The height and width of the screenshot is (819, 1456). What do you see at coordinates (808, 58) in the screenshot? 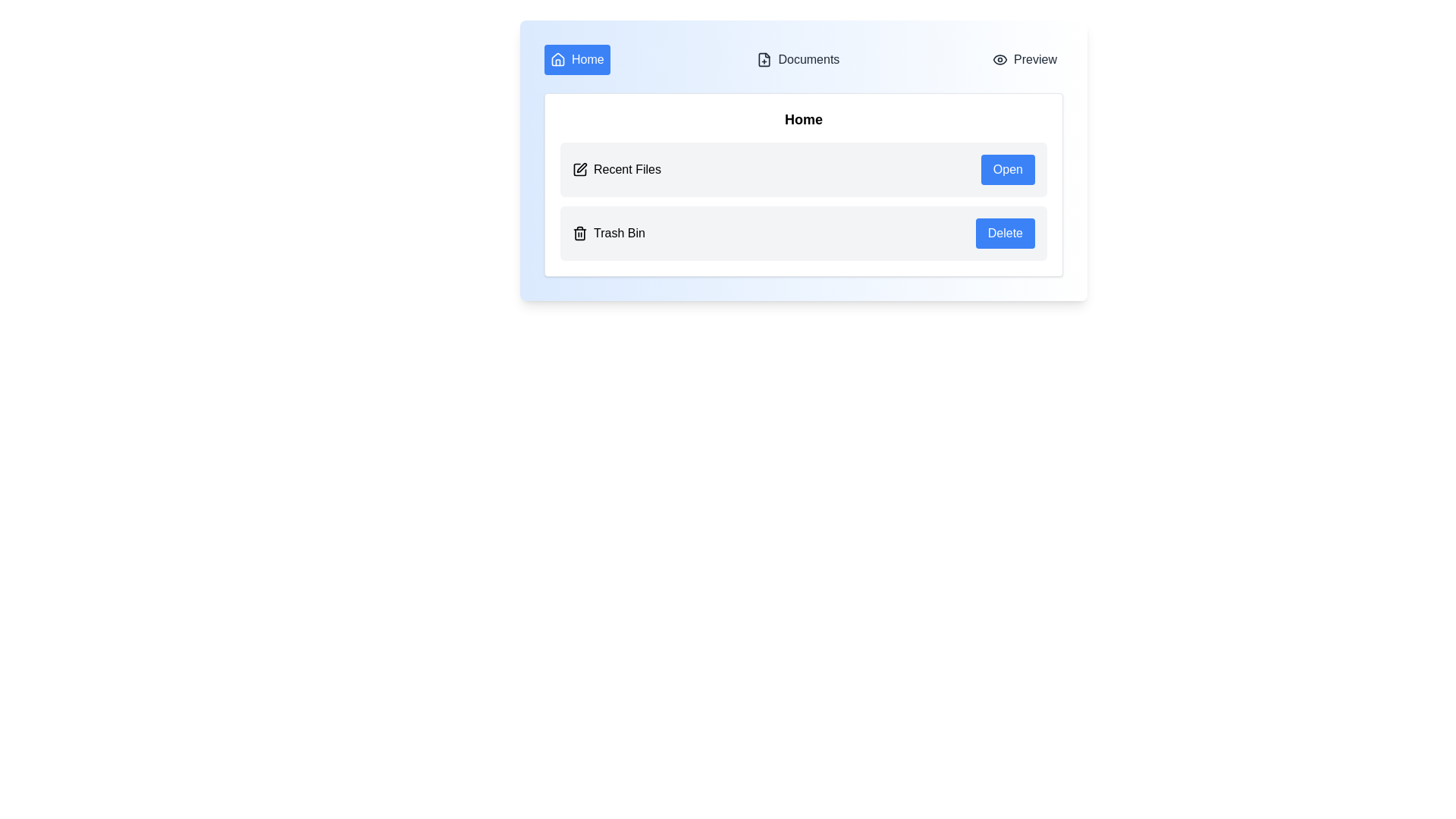
I see `the static text label displaying 'Documents', which is positioned to the right of the file-plus icon in the navigation bar` at bounding box center [808, 58].